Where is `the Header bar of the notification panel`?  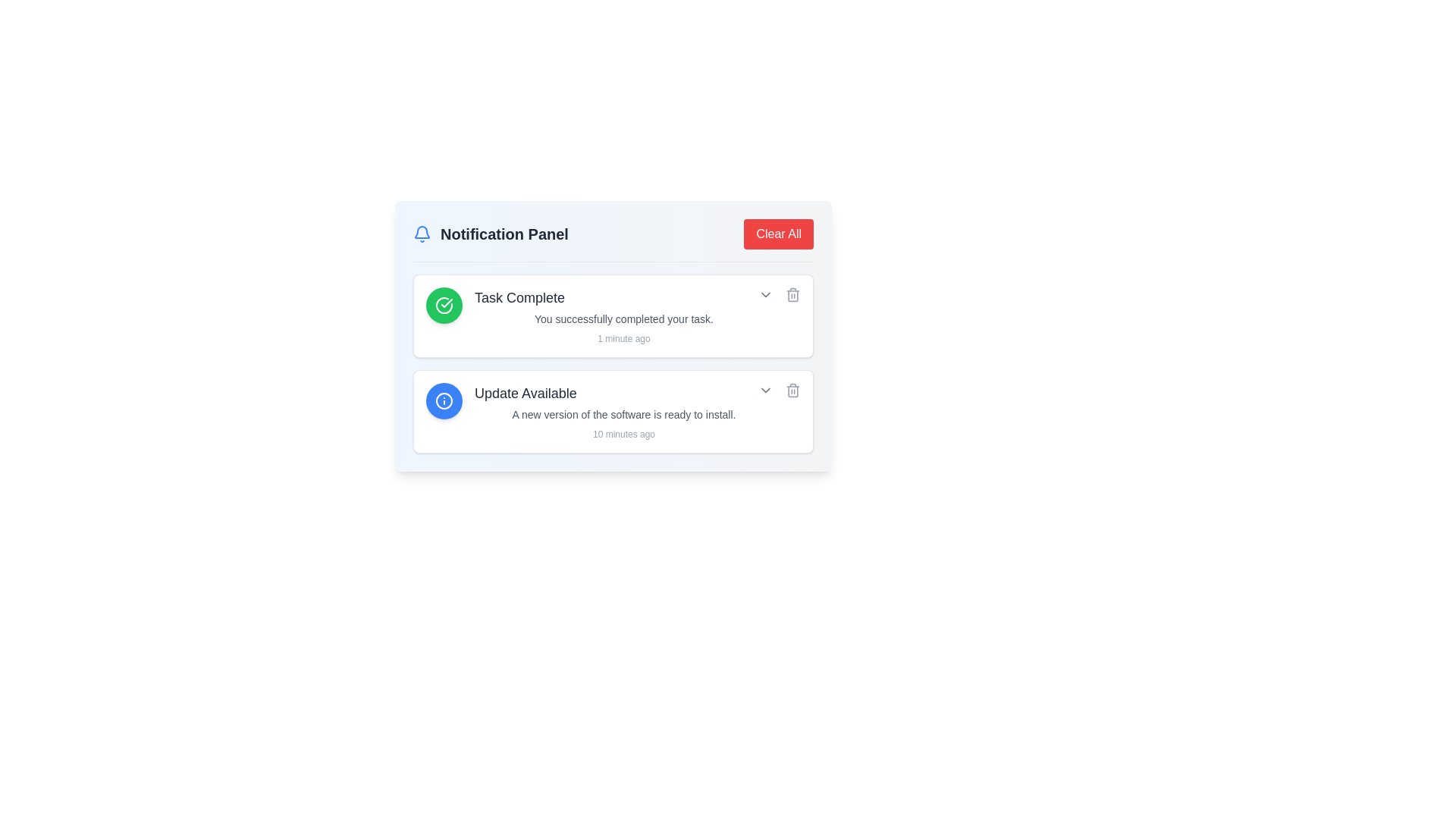
the Header bar of the notification panel is located at coordinates (613, 240).